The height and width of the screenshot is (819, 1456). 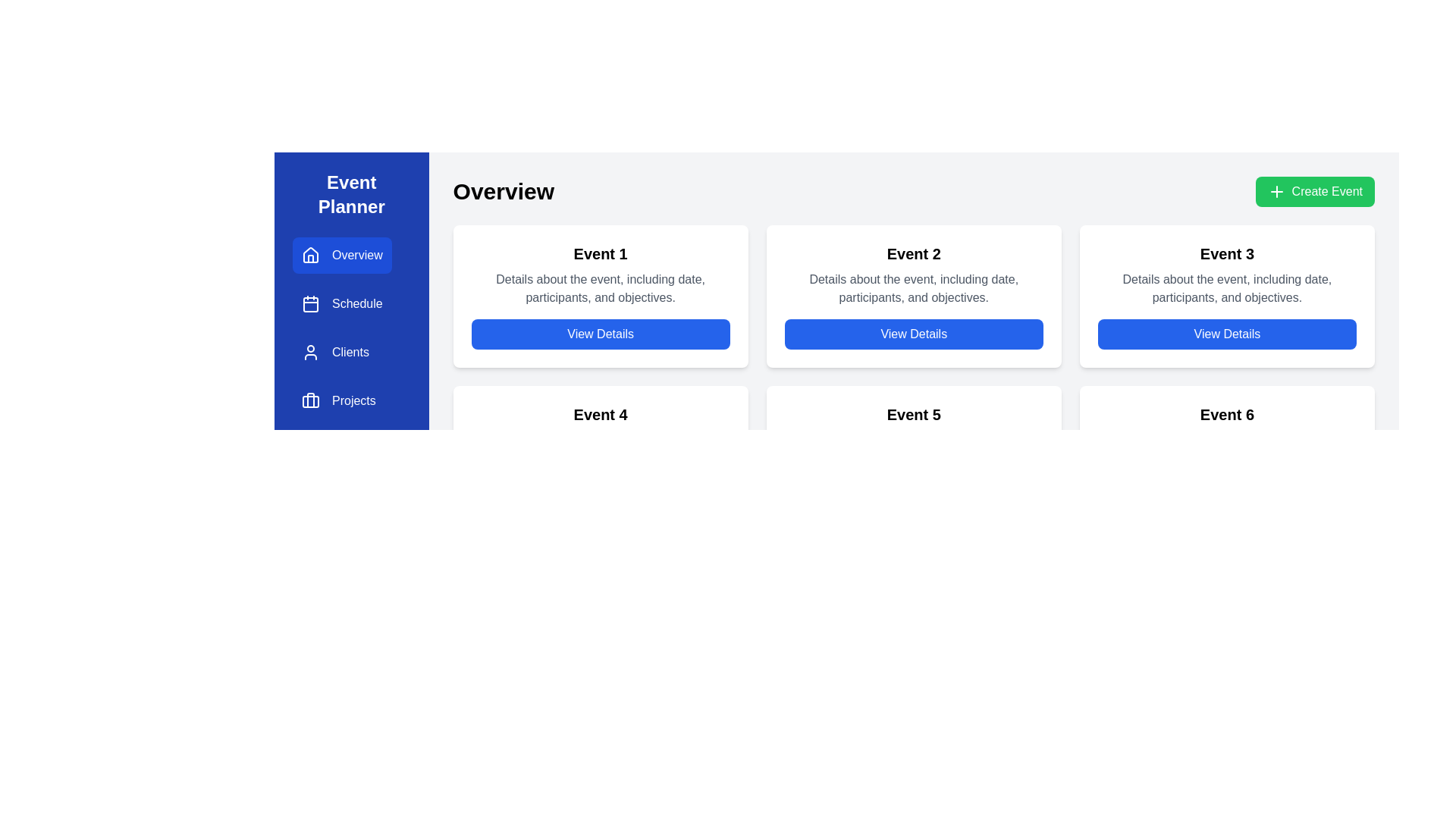 I want to click on the bold, white text label reading 'Event Planner' that is placed on a blue rectangular background at the top of the sidebar menu, so click(x=350, y=194).